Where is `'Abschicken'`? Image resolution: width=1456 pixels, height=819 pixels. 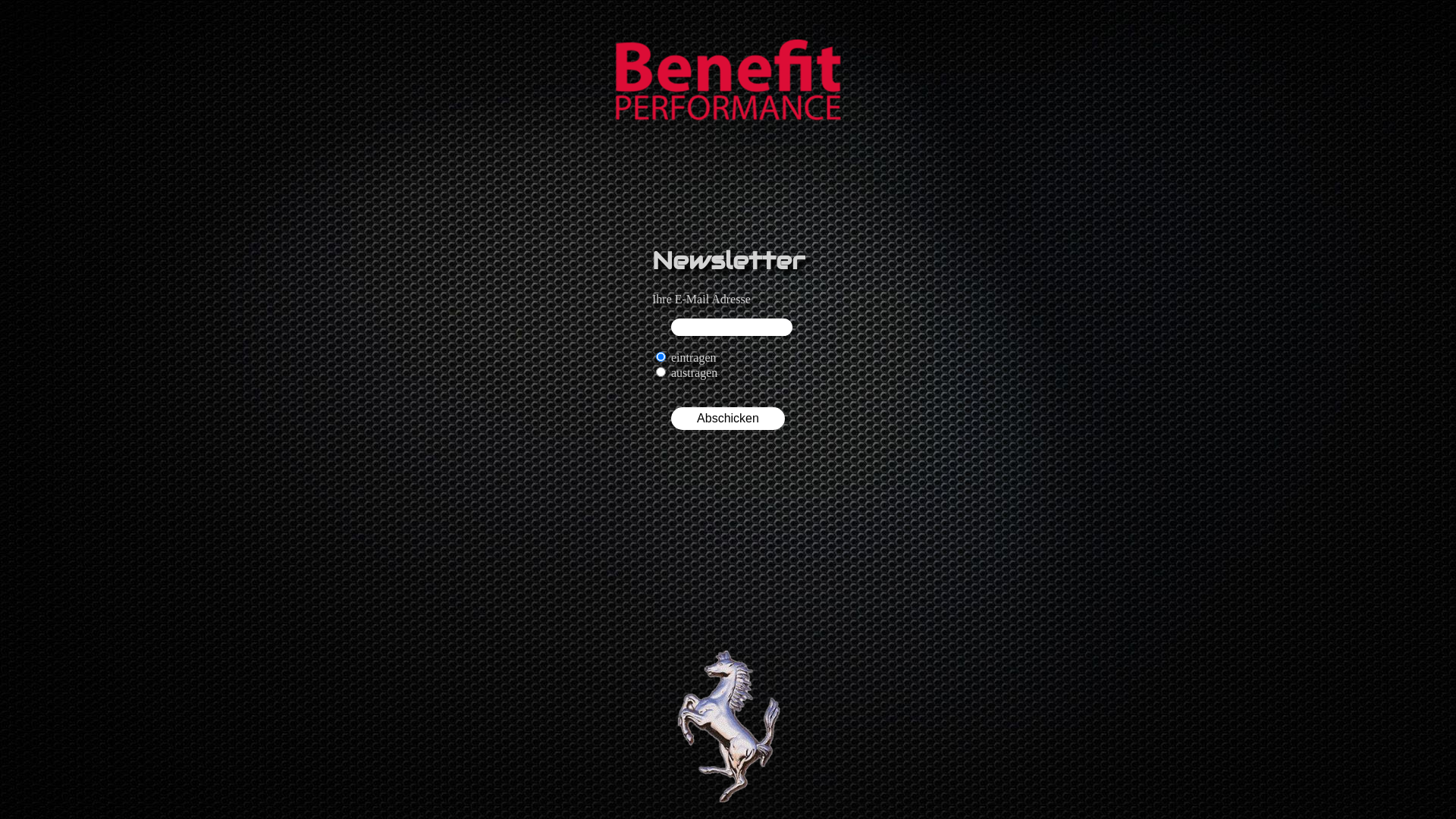 'Abschicken' is located at coordinates (728, 418).